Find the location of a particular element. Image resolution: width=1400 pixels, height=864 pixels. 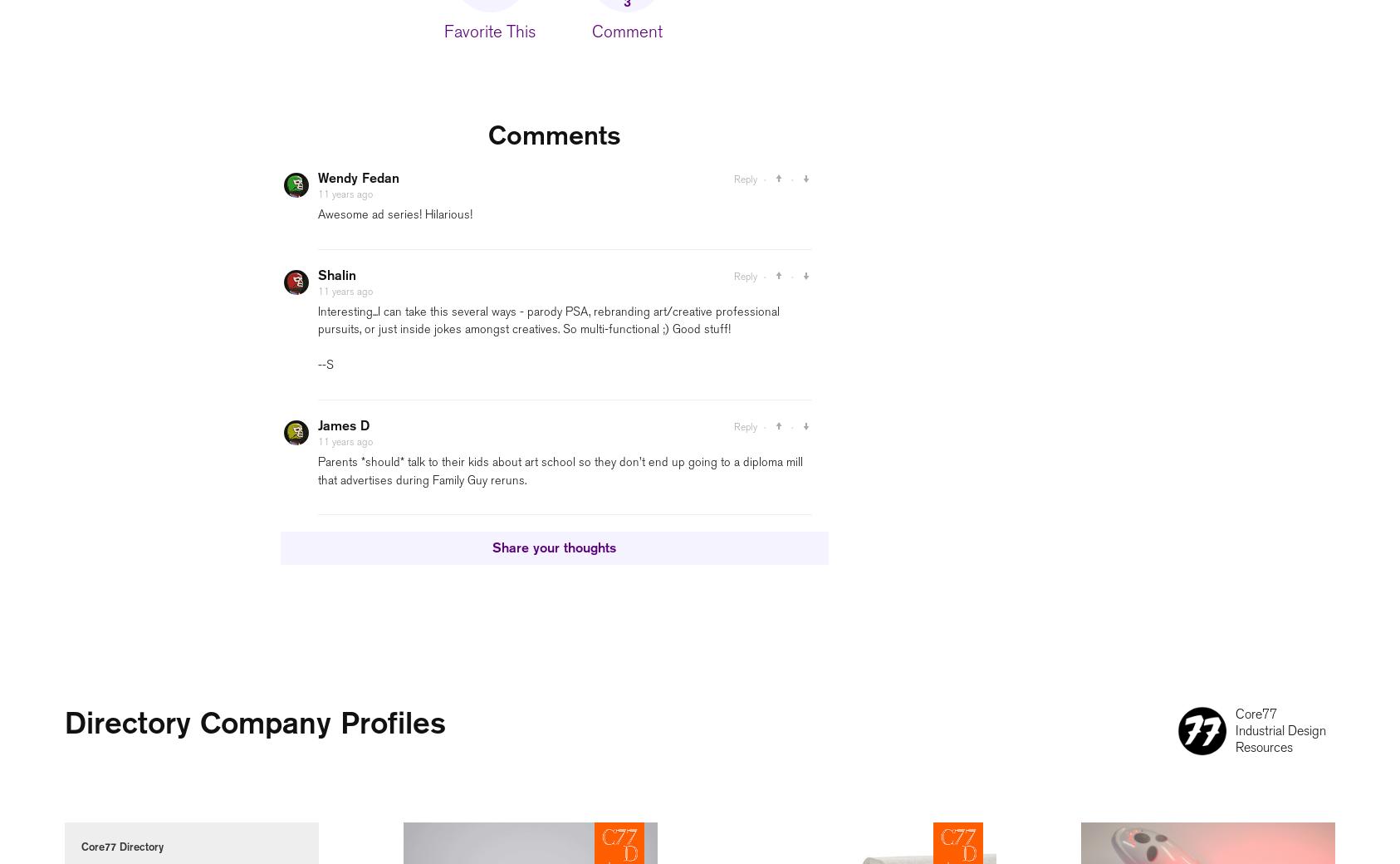

'Comments' is located at coordinates (552, 135).